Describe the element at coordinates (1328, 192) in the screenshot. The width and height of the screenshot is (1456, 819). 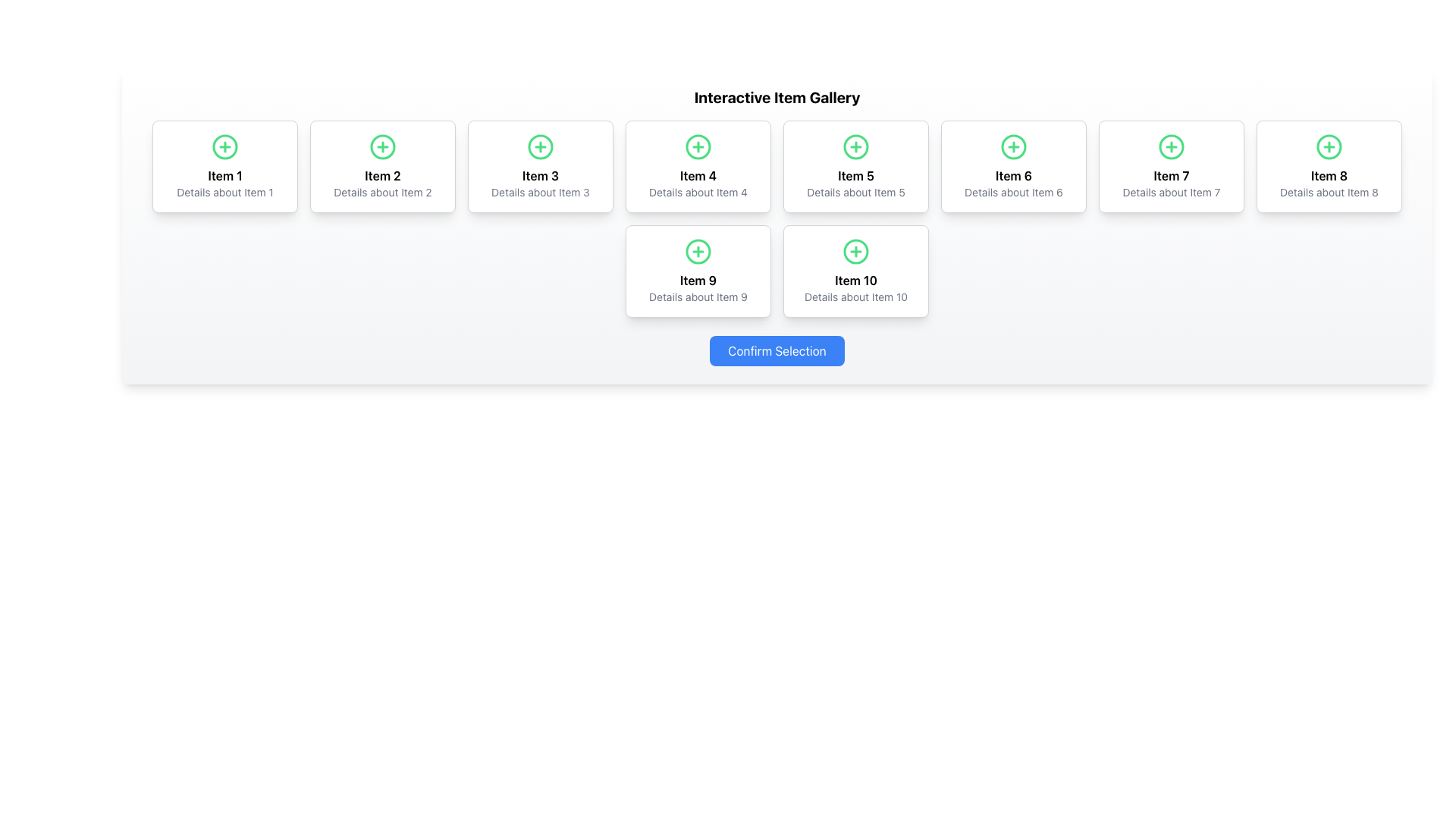
I see `the text label that reads 'Details about Item 8', which is styled in gray and located below the bold title 'Item 8'` at that location.